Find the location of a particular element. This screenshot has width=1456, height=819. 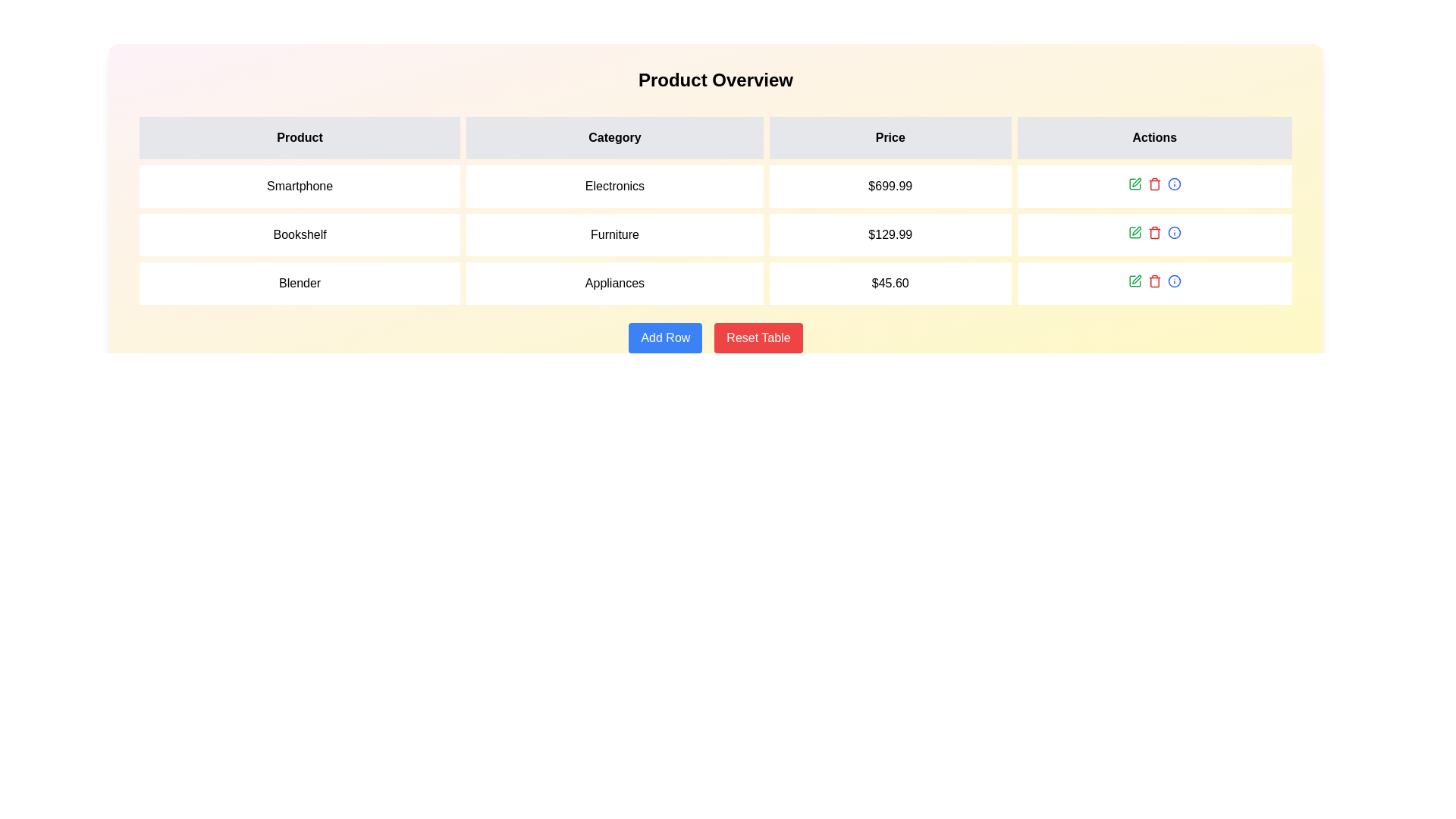

the Table Header labeled 'Product', which is a rectangular section with a light gray background and black bold text, located at the top left of the grid's header row is located at coordinates (300, 137).